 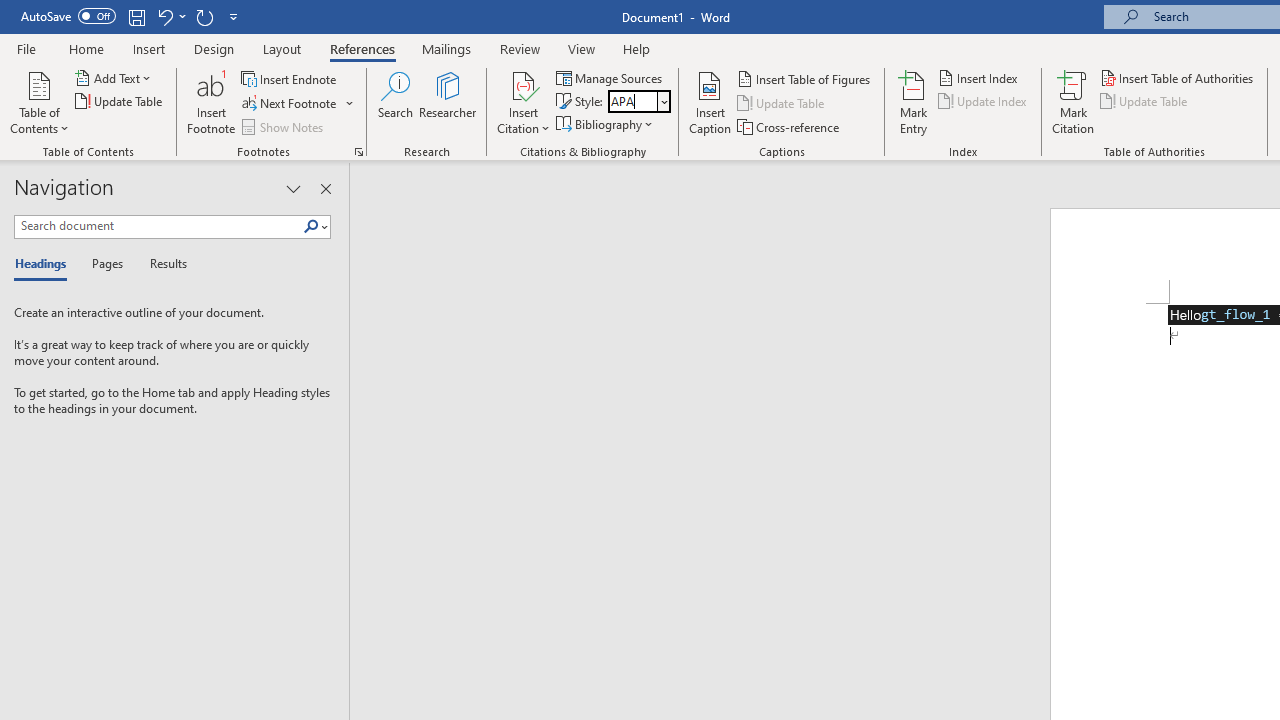 What do you see at coordinates (788, 127) in the screenshot?
I see `'Cross-reference...'` at bounding box center [788, 127].